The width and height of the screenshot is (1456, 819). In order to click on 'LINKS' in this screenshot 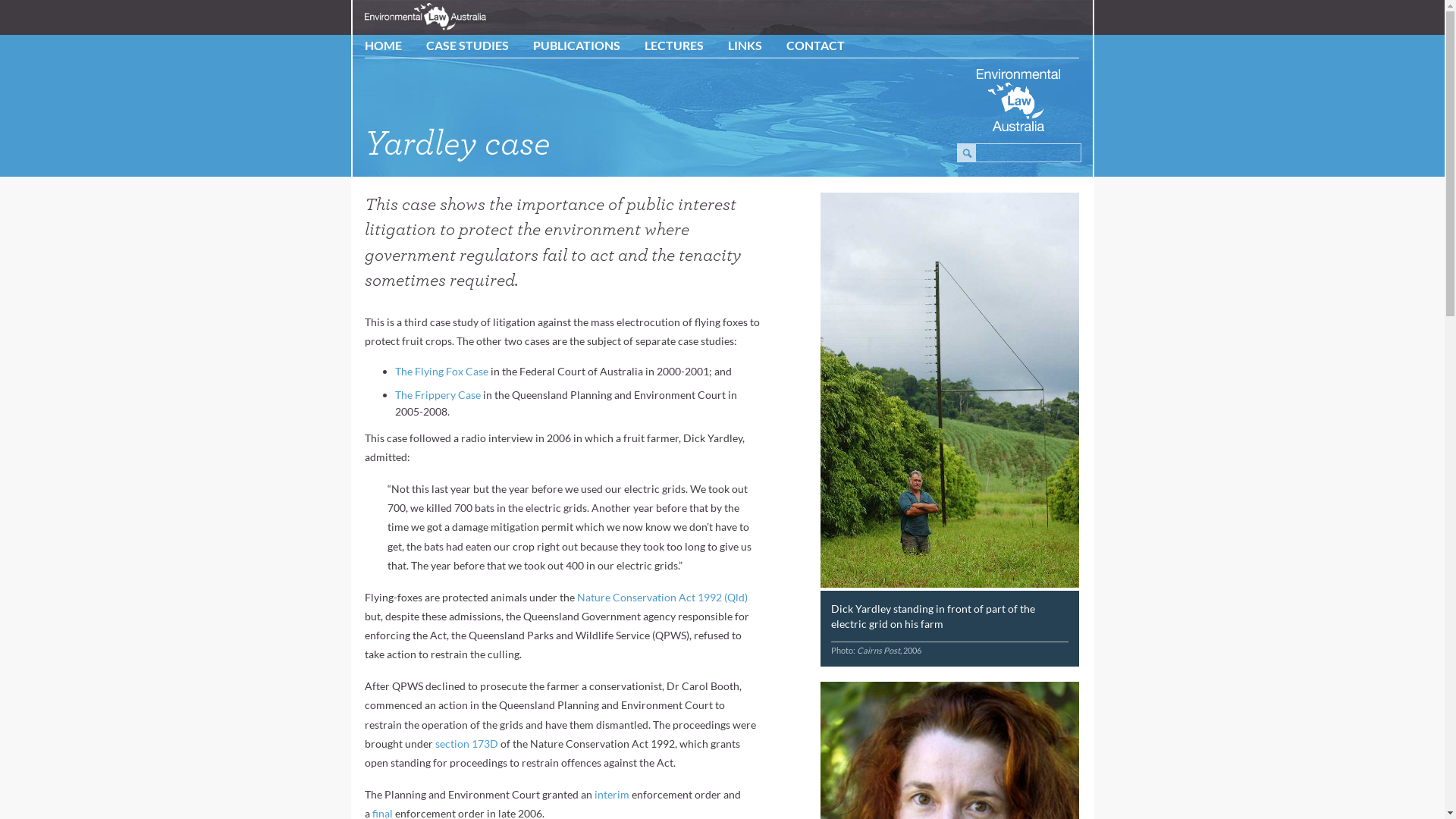, I will do `click(728, 44)`.